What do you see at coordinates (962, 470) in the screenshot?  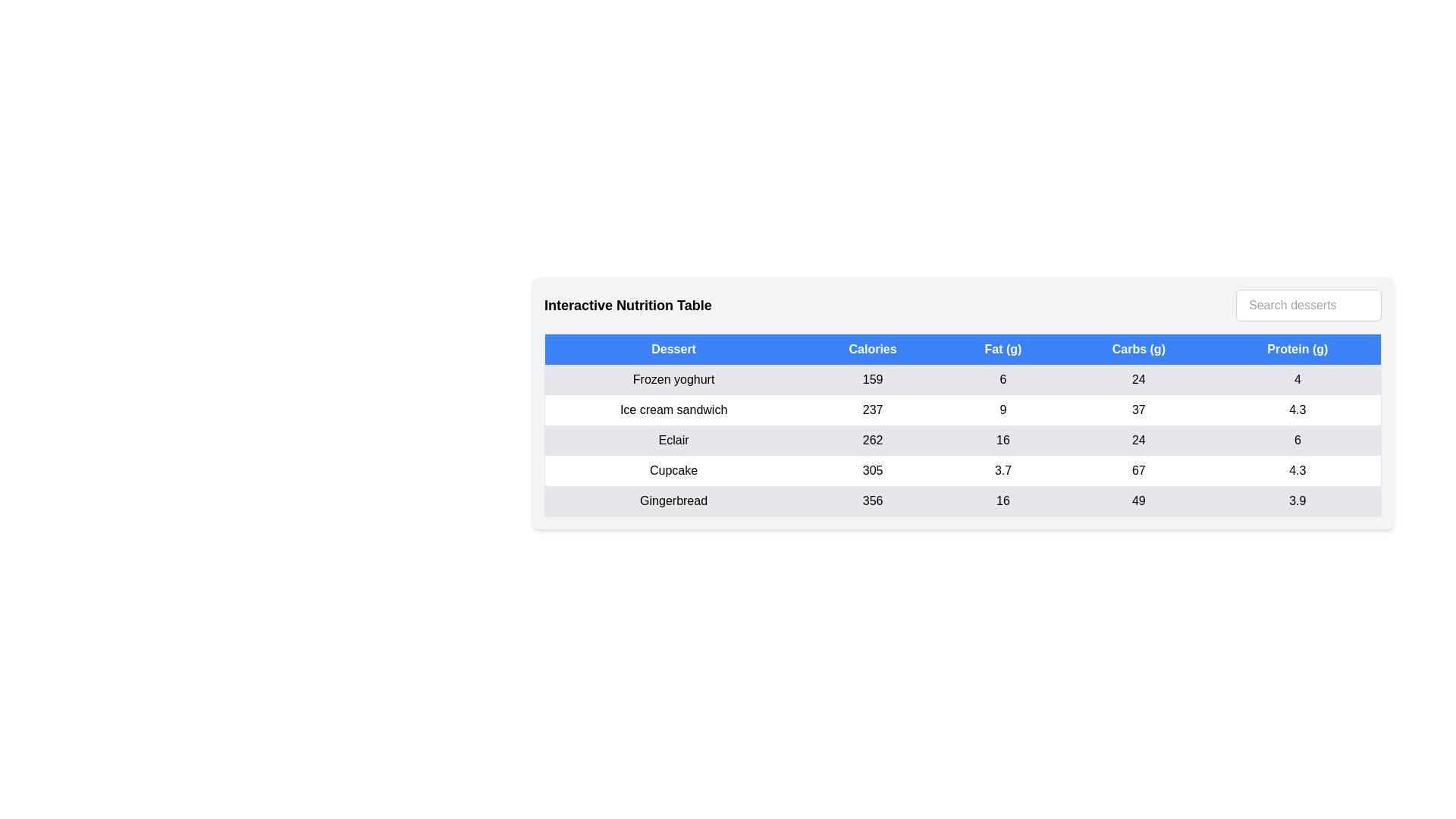 I see `the row corresponding to Cupcake` at bounding box center [962, 470].